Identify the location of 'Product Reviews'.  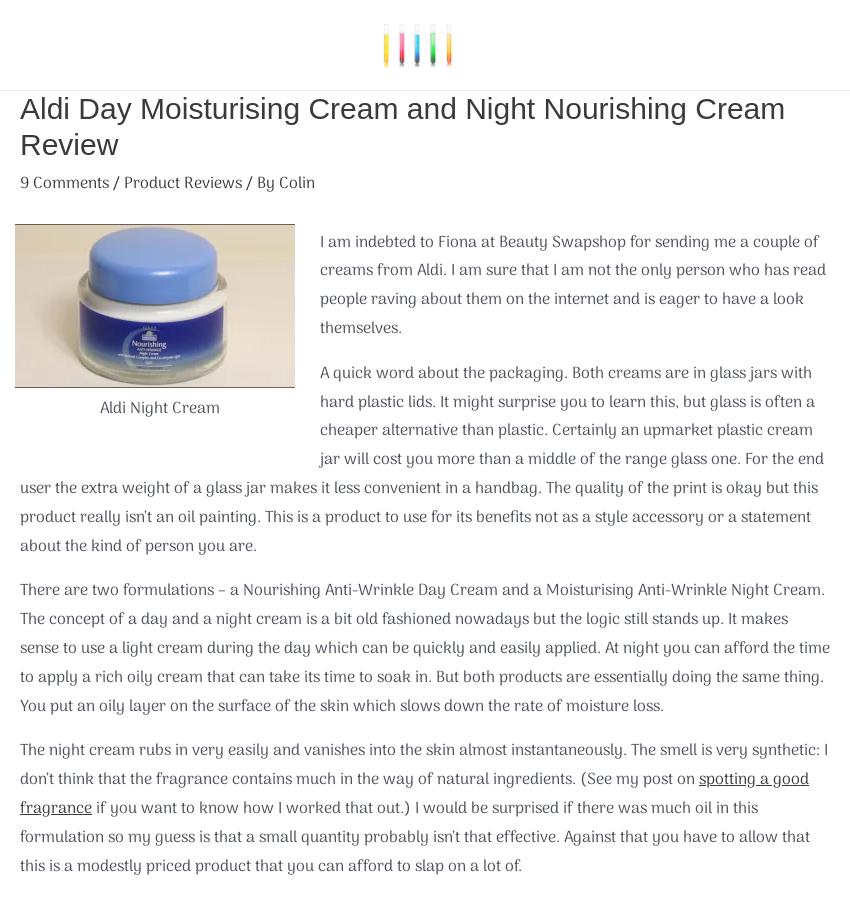
(182, 183).